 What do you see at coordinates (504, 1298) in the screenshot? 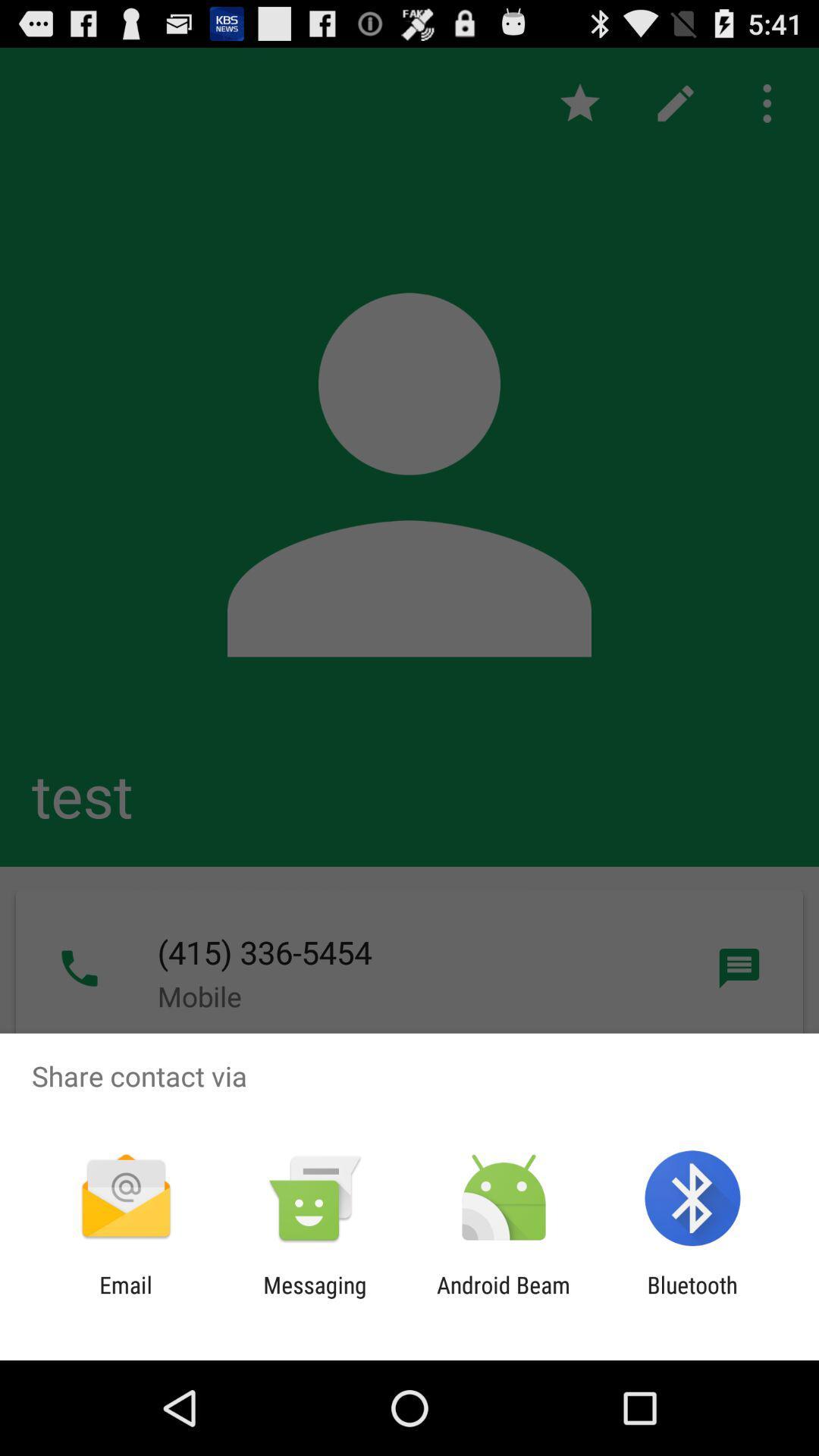
I see `android beam` at bounding box center [504, 1298].